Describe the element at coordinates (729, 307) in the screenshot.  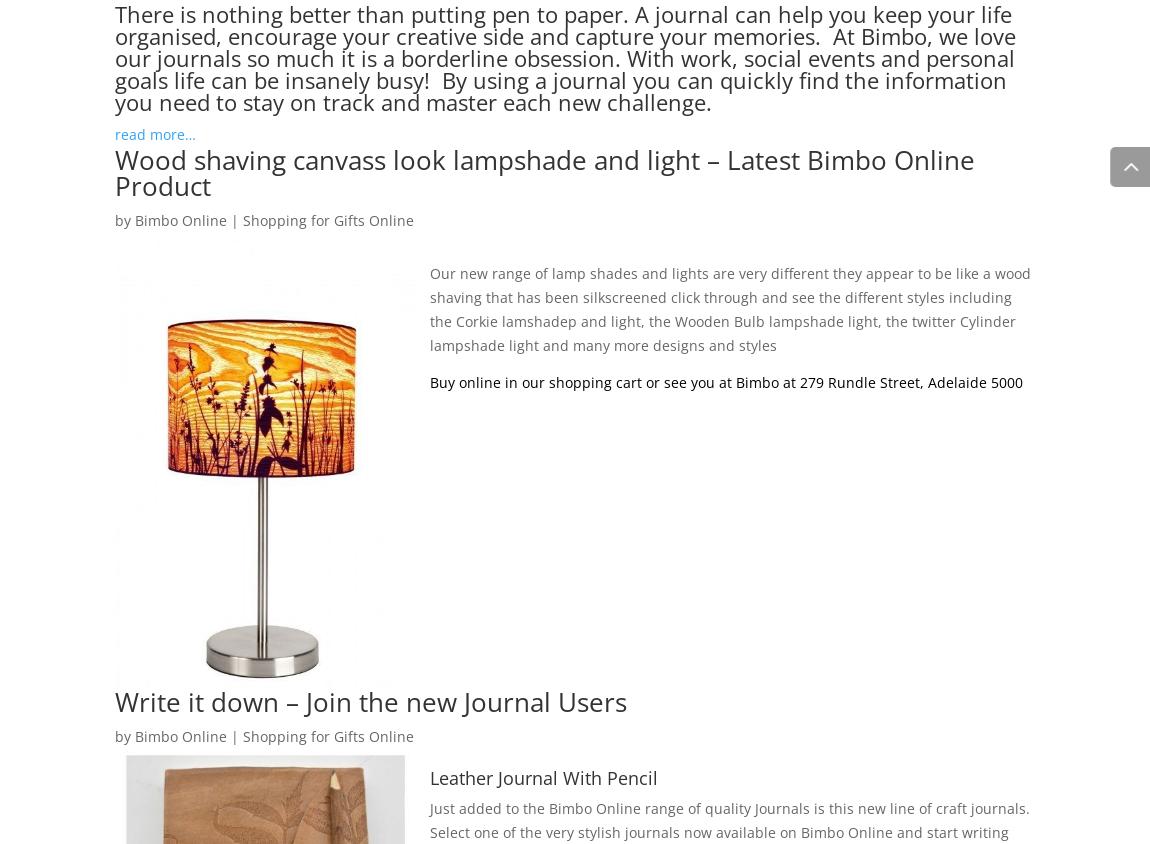
I see `'Our new range of lamp shades and lights are very different they appear to be like a wood shaving that has been silkscreened click through and see the different styles including the Corkie lamshadep and light, the Wooden Bulb lampshade light, the twitter Cylinder lampshade light and many more designs and styles'` at that location.